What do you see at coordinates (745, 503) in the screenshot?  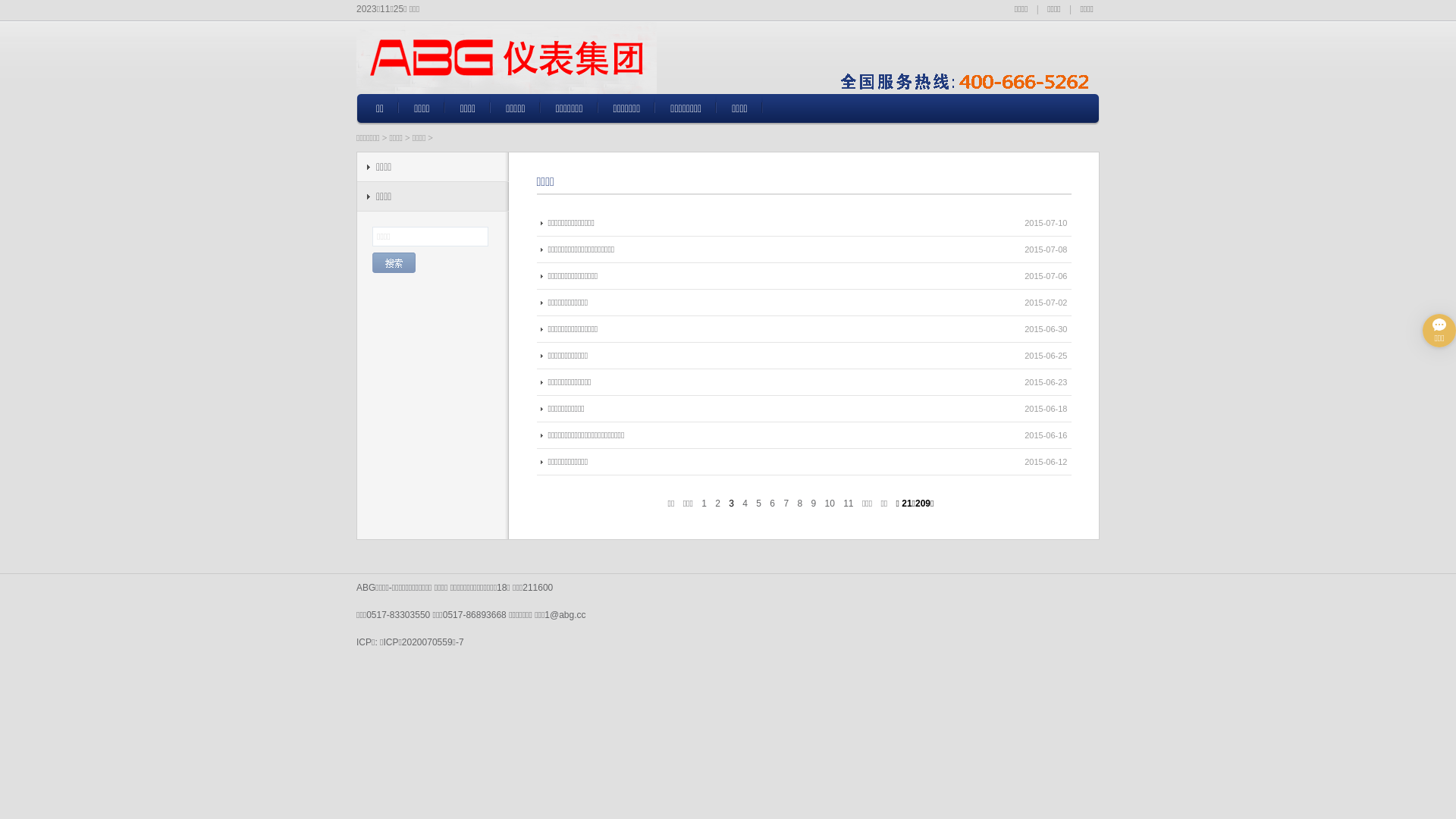 I see `'4'` at bounding box center [745, 503].